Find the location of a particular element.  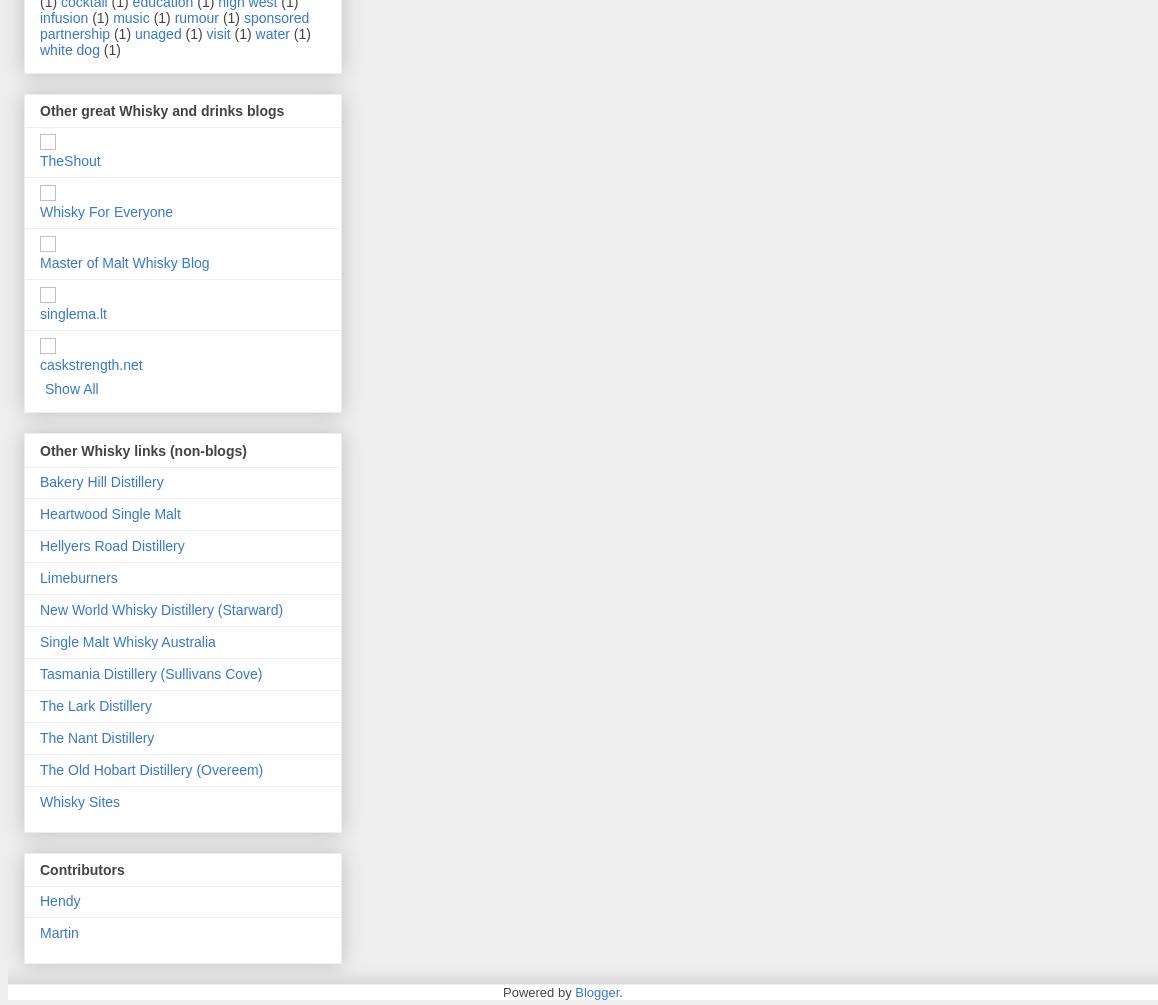

'sponsored partnership' is located at coordinates (173, 26).